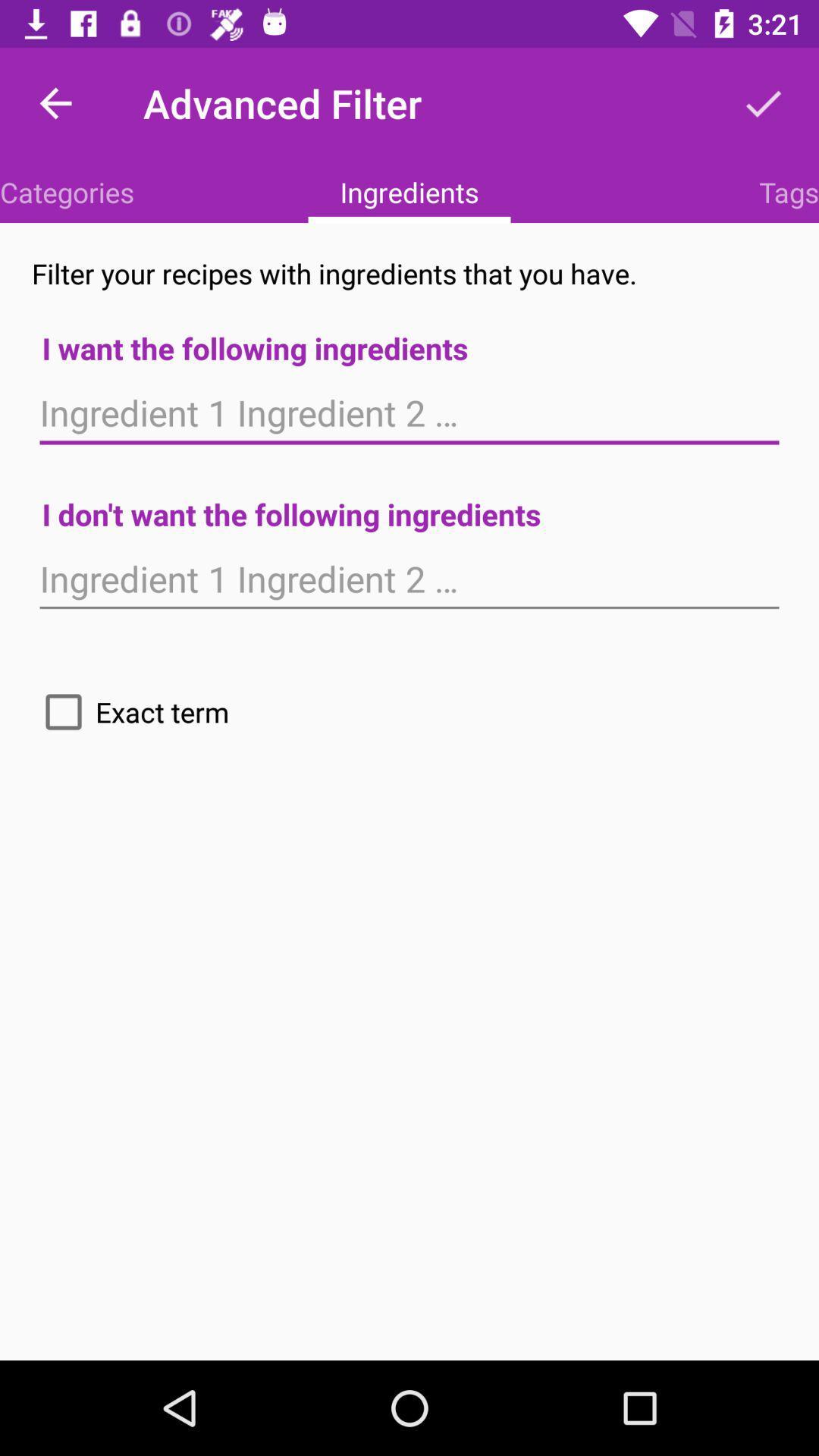 The image size is (819, 1456). I want to click on item to the right of advanced filter item, so click(763, 102).